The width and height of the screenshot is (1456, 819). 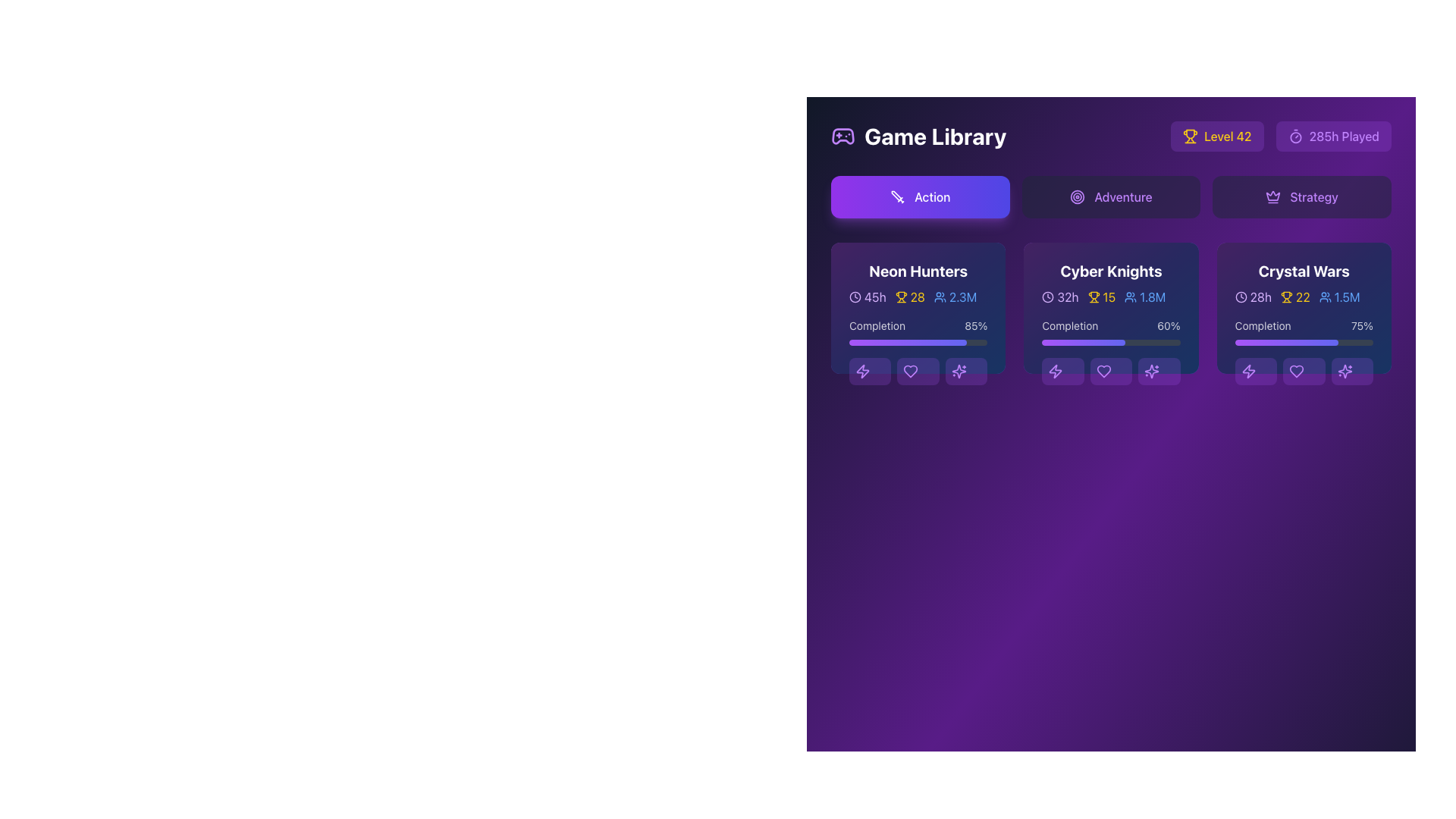 What do you see at coordinates (1303, 271) in the screenshot?
I see `the title text label for the game 'Crystal Wars', located at the top center of the game's card in the 'Game Library' section` at bounding box center [1303, 271].